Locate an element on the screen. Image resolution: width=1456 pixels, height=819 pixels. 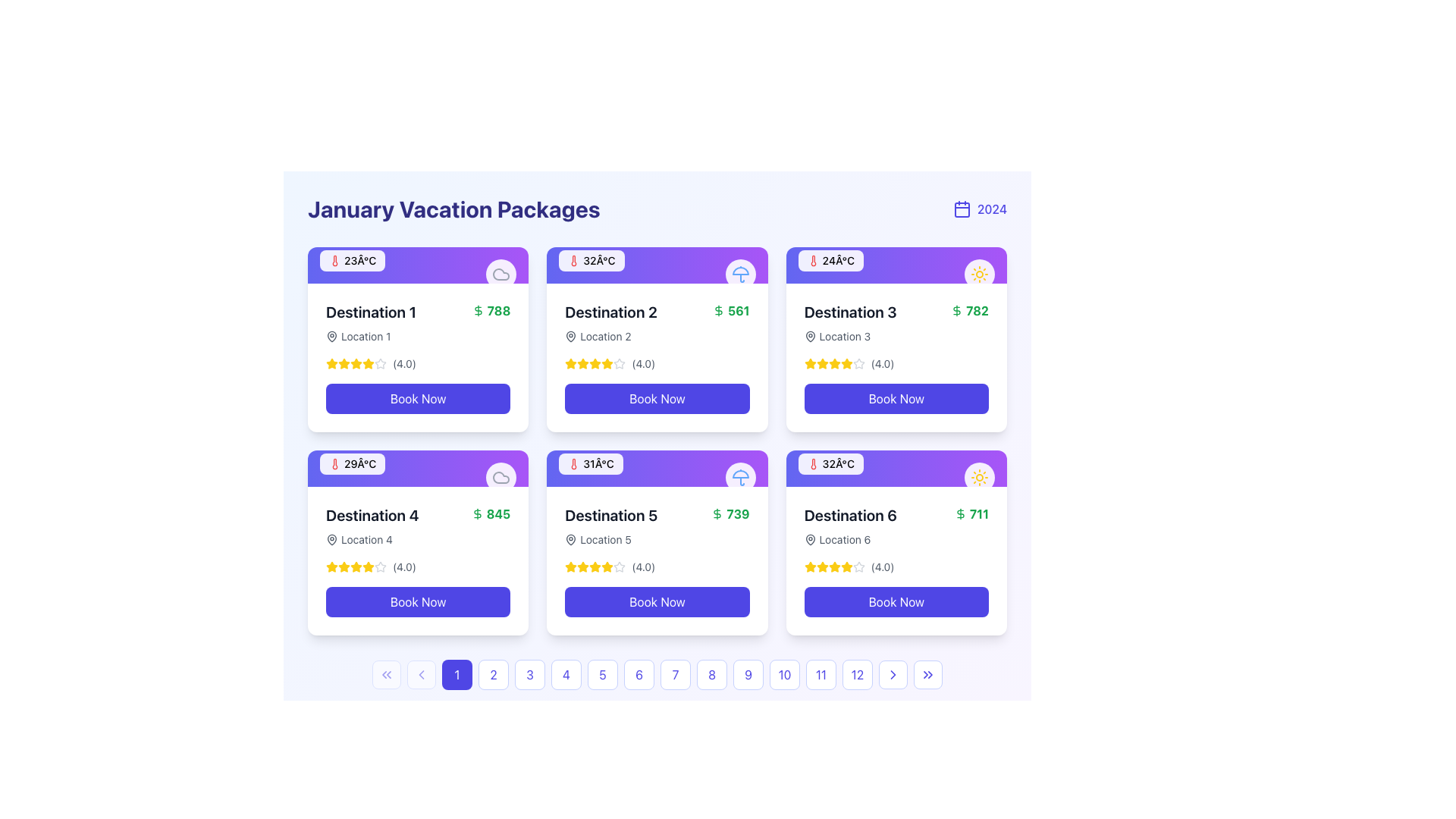
the Information Label indicating the temperature of 'Destination 6', located in the bottom-right corner of the last card in the header section is located at coordinates (830, 463).